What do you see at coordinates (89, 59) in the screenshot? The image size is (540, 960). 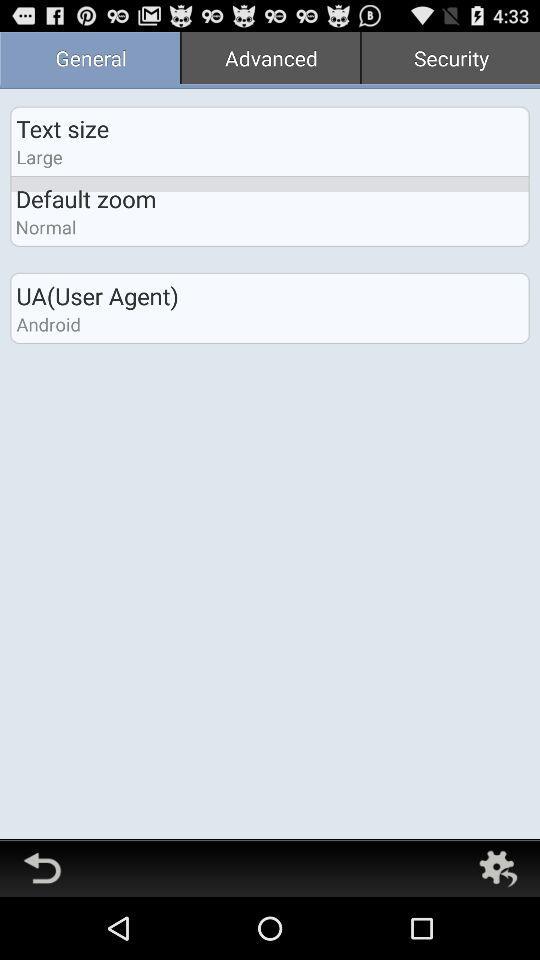 I see `general item` at bounding box center [89, 59].